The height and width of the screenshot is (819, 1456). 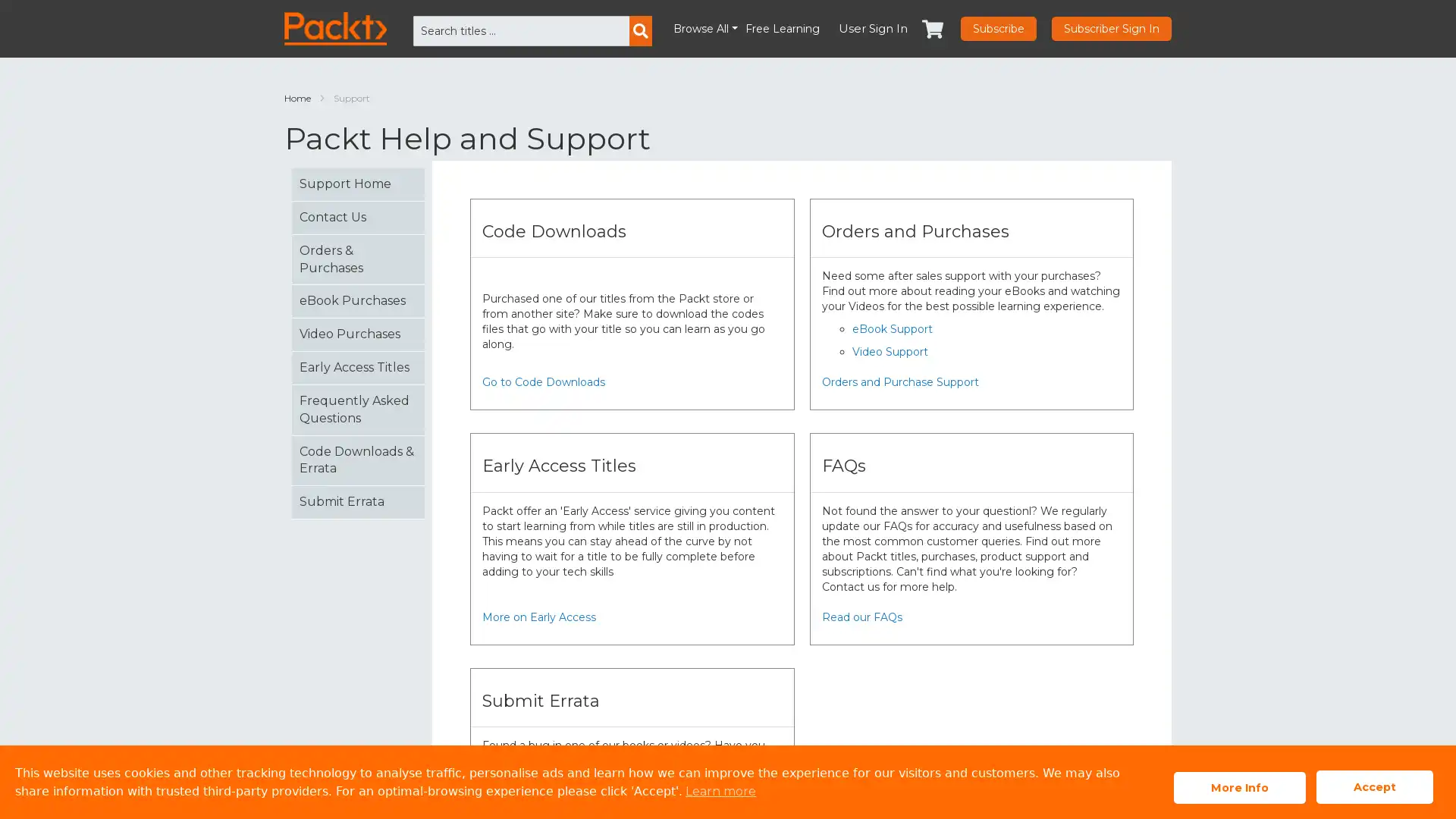 What do you see at coordinates (998, 29) in the screenshot?
I see `Subscribe` at bounding box center [998, 29].